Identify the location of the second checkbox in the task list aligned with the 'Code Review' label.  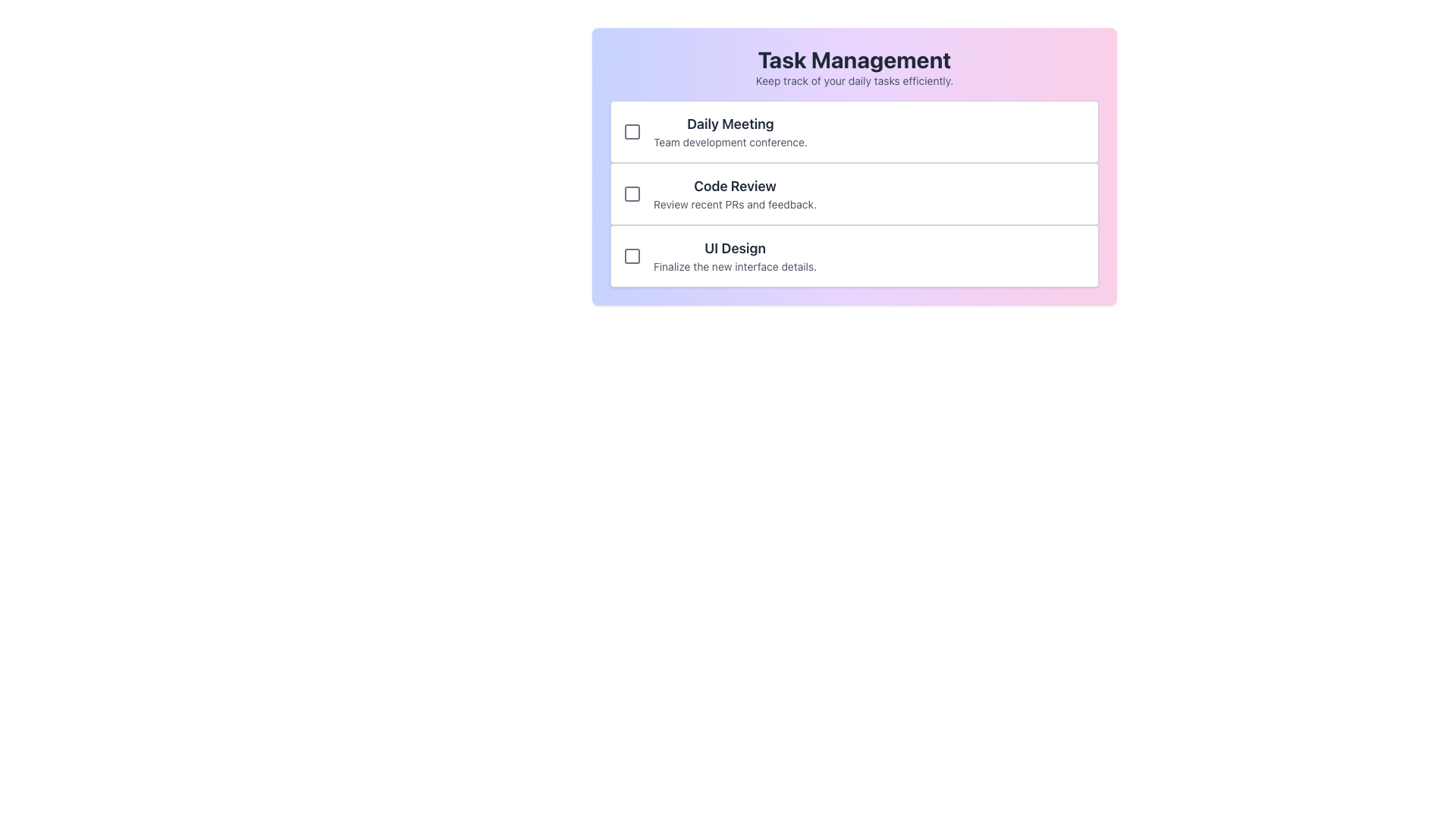
(632, 193).